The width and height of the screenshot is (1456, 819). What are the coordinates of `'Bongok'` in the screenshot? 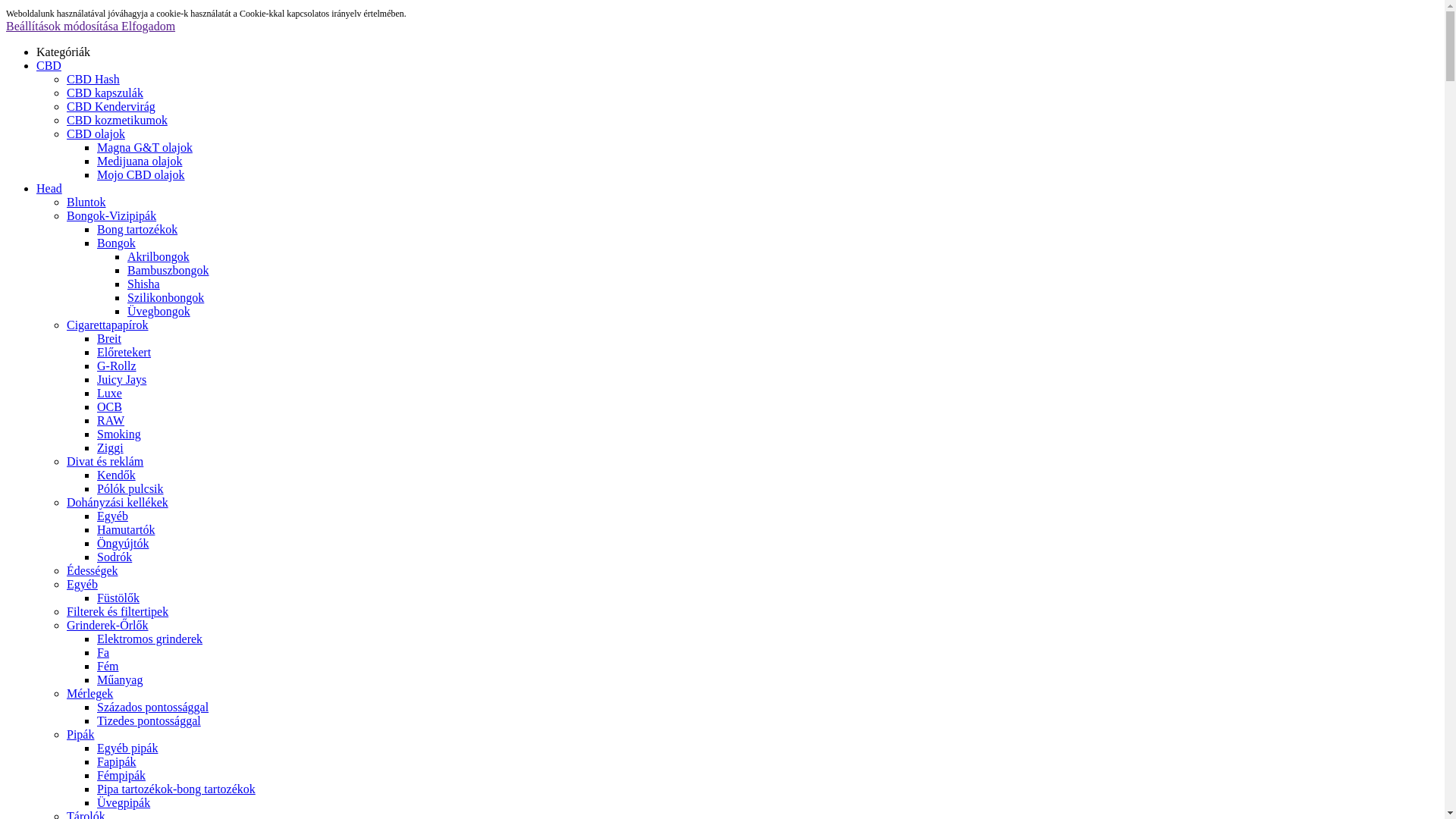 It's located at (96, 242).